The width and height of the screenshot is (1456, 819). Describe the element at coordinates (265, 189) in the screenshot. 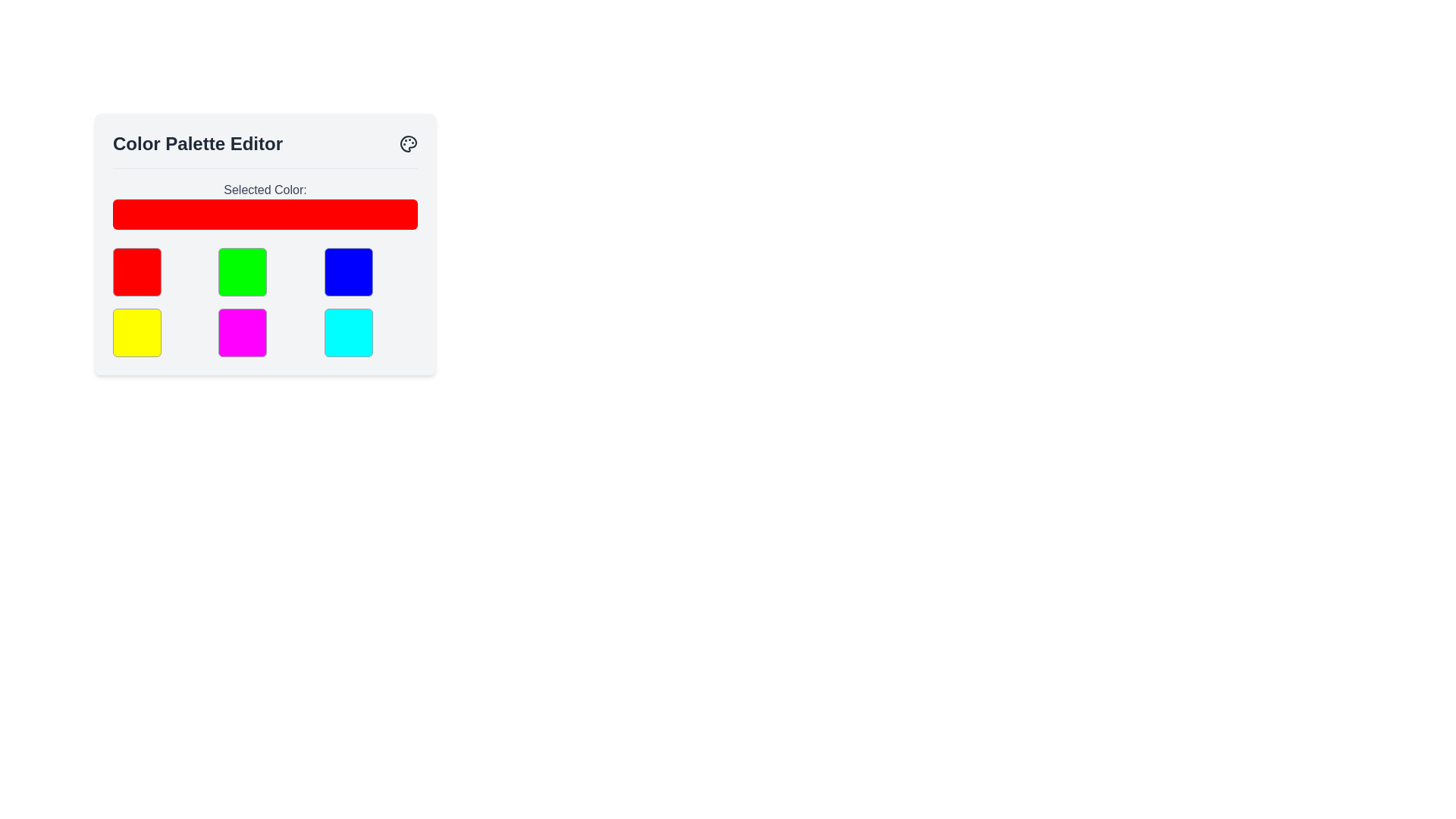

I see `the Text Label in the 'Color Palette Editor' modal that describes the associated color display element below it` at that location.